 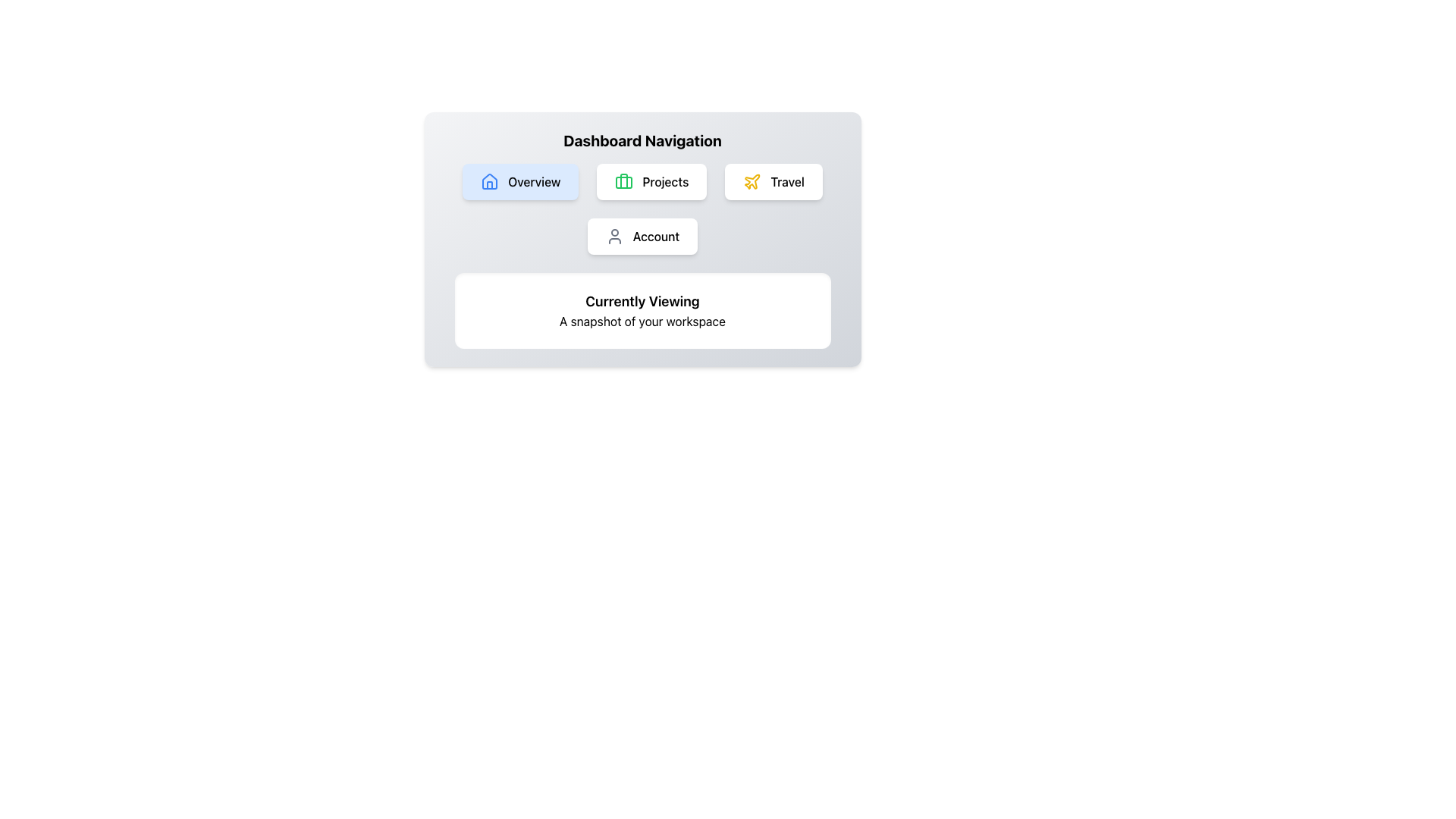 What do you see at coordinates (642, 140) in the screenshot?
I see `the header element that serves as a title for the section, located at the topmost position above the navigational buttons` at bounding box center [642, 140].